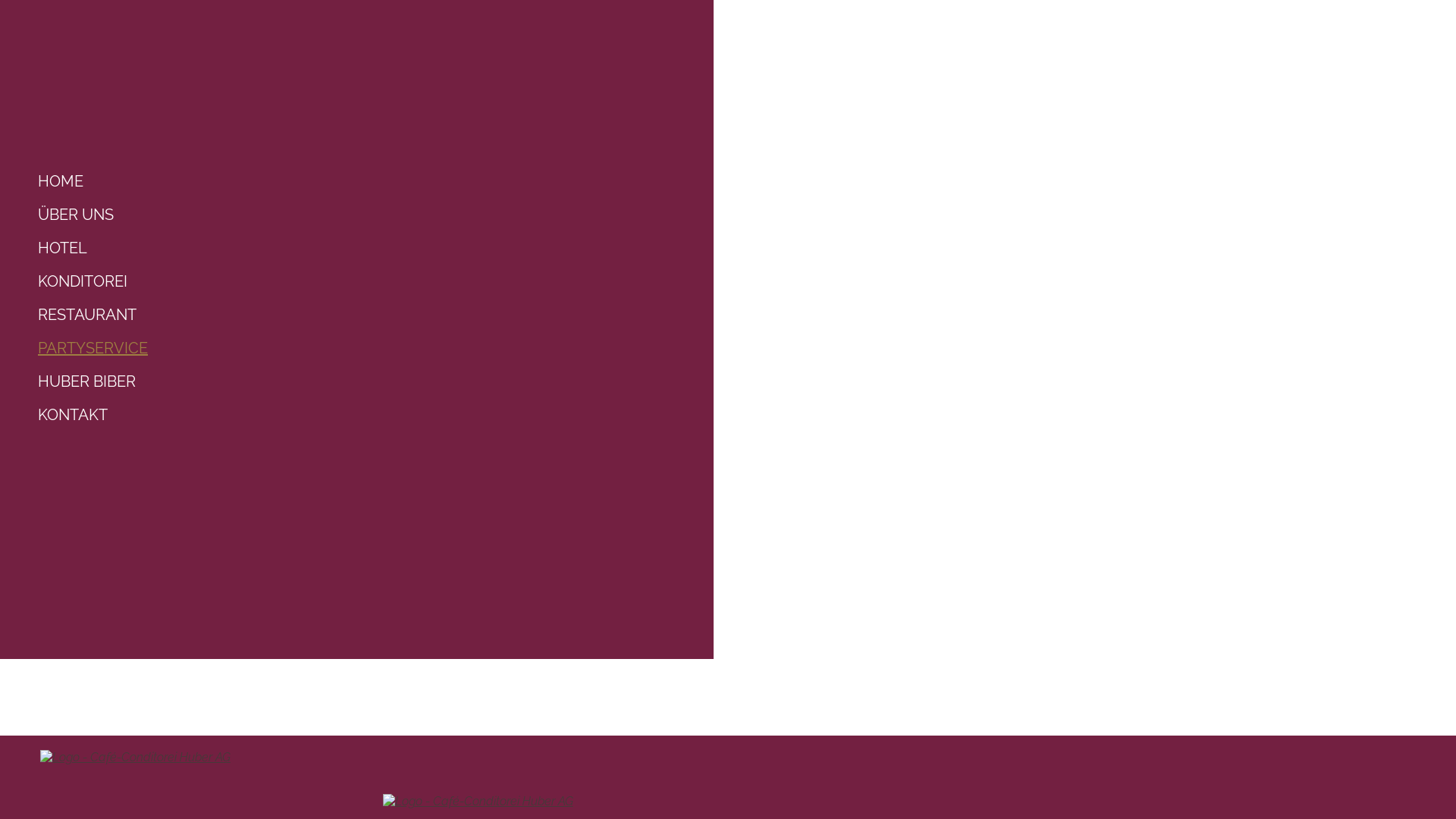 The image size is (1456, 819). I want to click on 'KONTAKT', so click(30, 415).